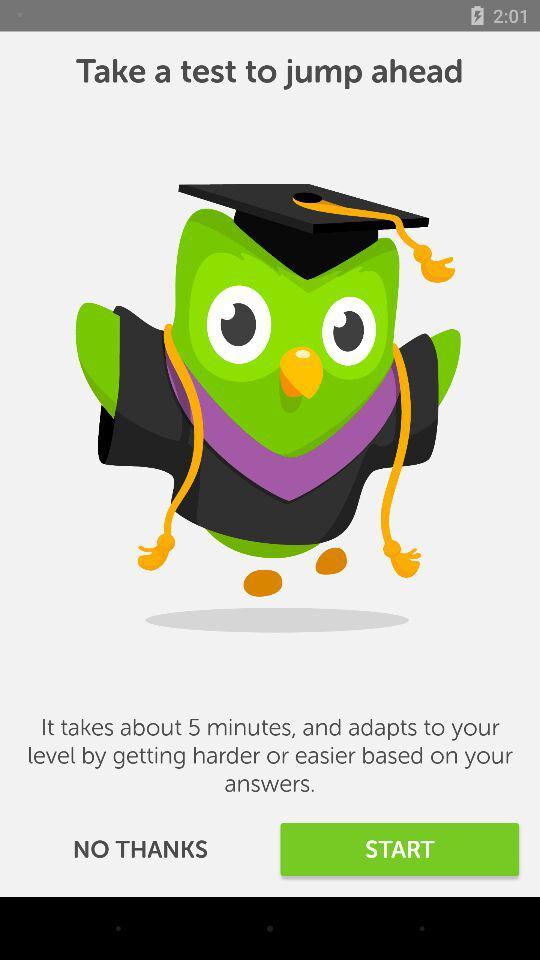 The height and width of the screenshot is (960, 540). Describe the element at coordinates (139, 848) in the screenshot. I see `item below the it takes about item` at that location.